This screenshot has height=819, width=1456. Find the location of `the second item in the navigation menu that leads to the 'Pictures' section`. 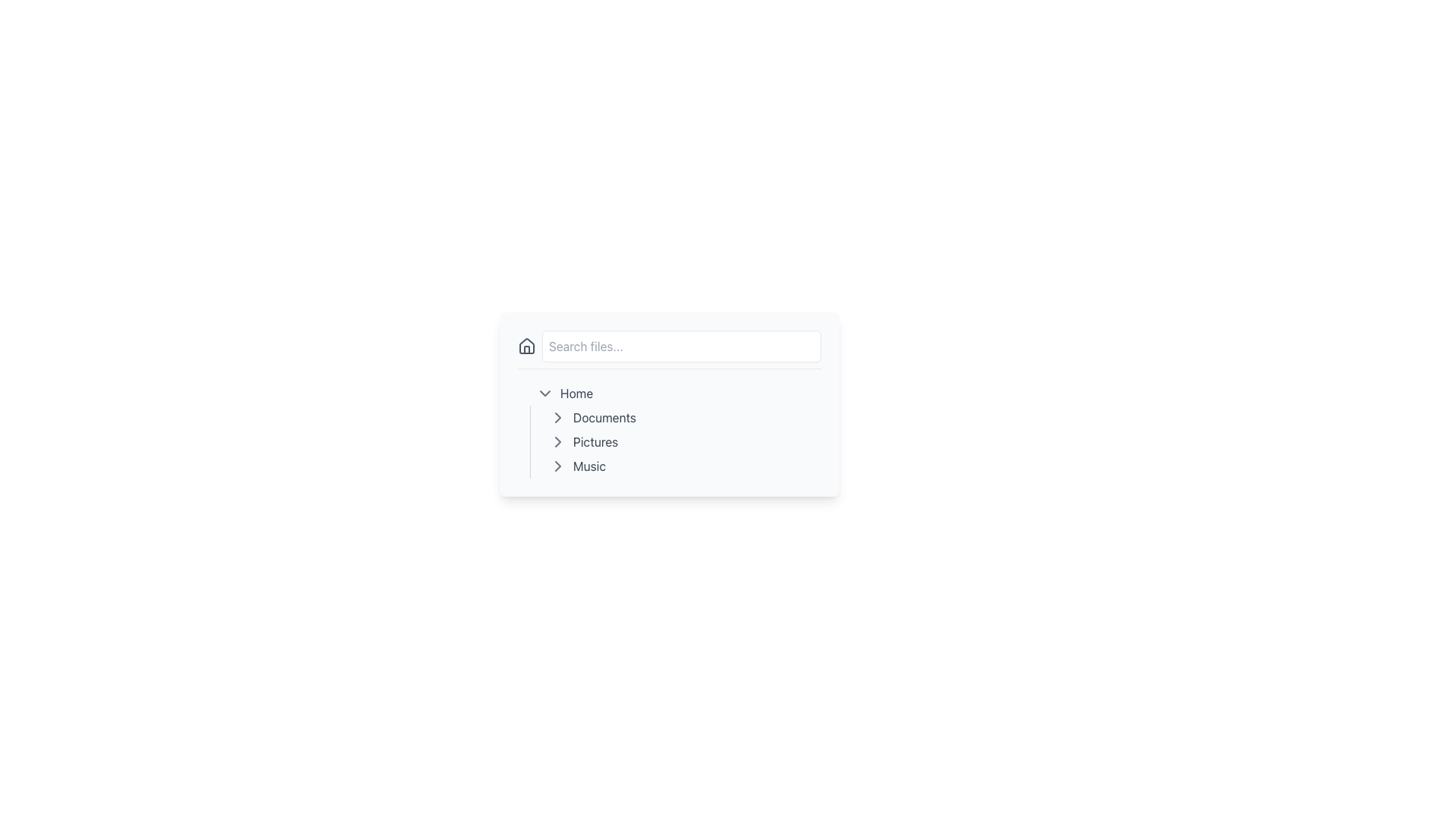

the second item in the navigation menu that leads to the 'Pictures' section is located at coordinates (675, 441).